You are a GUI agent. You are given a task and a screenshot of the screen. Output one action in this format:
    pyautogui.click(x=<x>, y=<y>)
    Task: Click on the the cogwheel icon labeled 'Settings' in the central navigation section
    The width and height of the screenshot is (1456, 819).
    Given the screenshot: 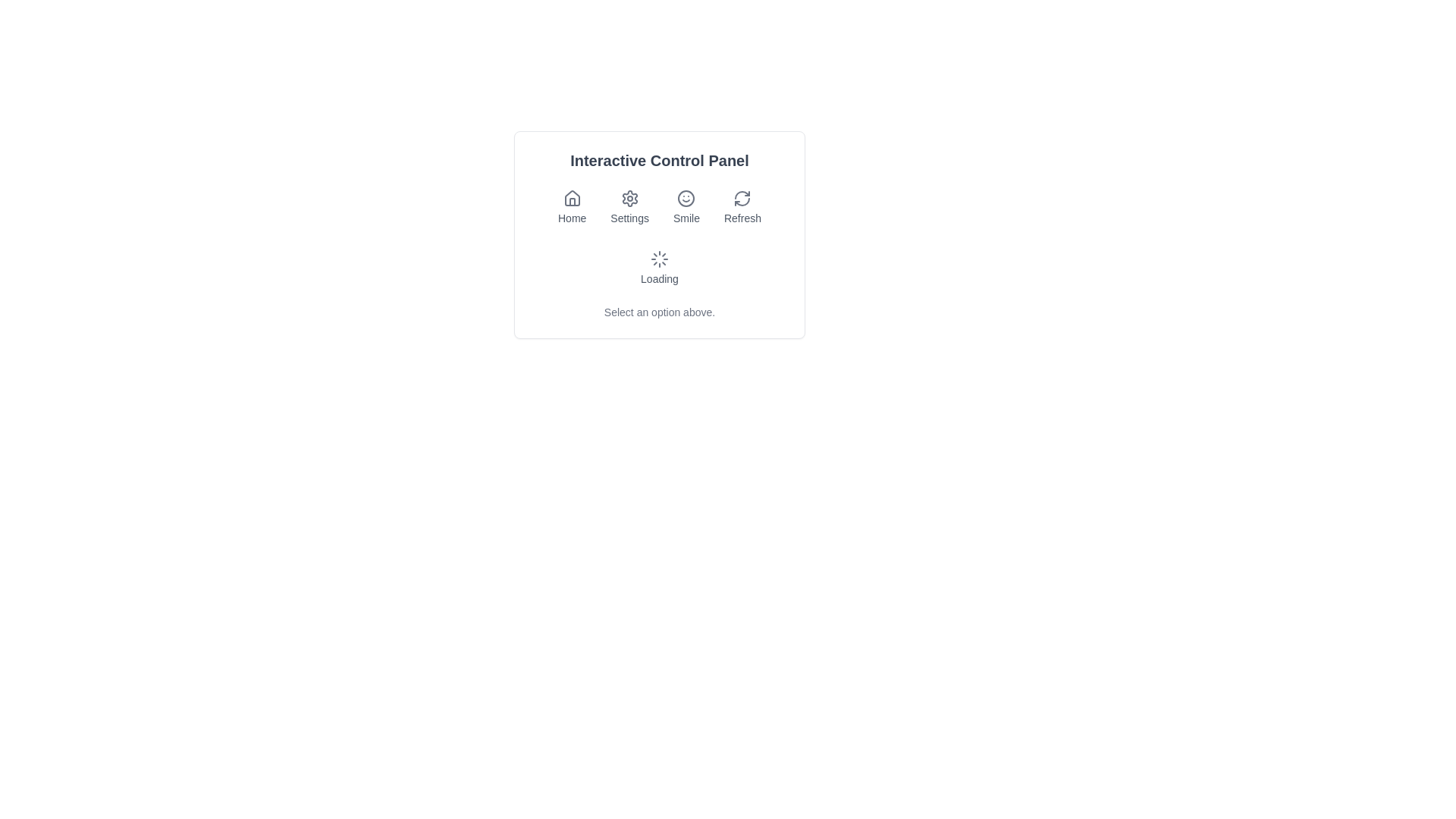 What is the action you would take?
    pyautogui.click(x=629, y=198)
    